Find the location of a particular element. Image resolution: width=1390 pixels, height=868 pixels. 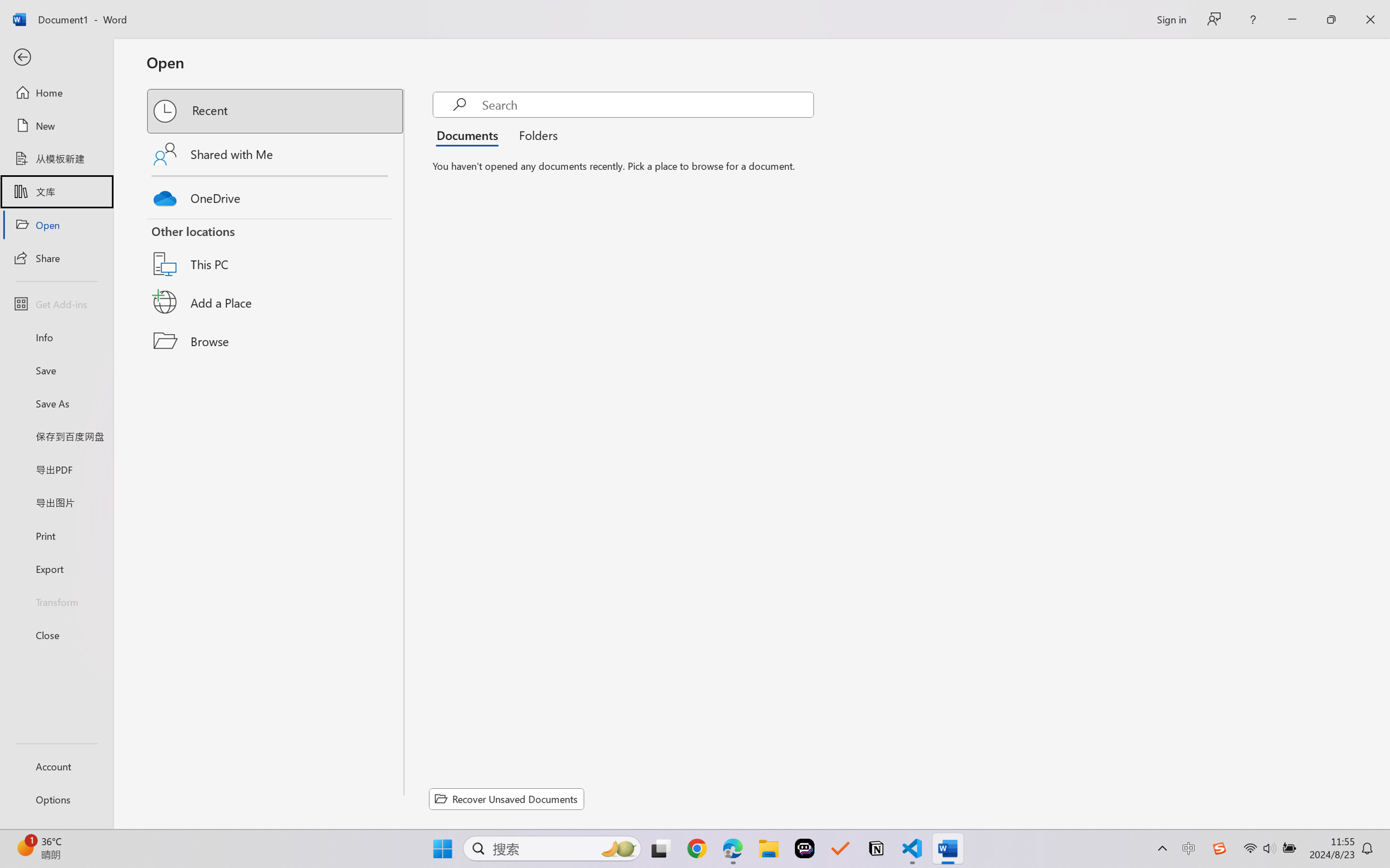

'New' is located at coordinates (56, 125).